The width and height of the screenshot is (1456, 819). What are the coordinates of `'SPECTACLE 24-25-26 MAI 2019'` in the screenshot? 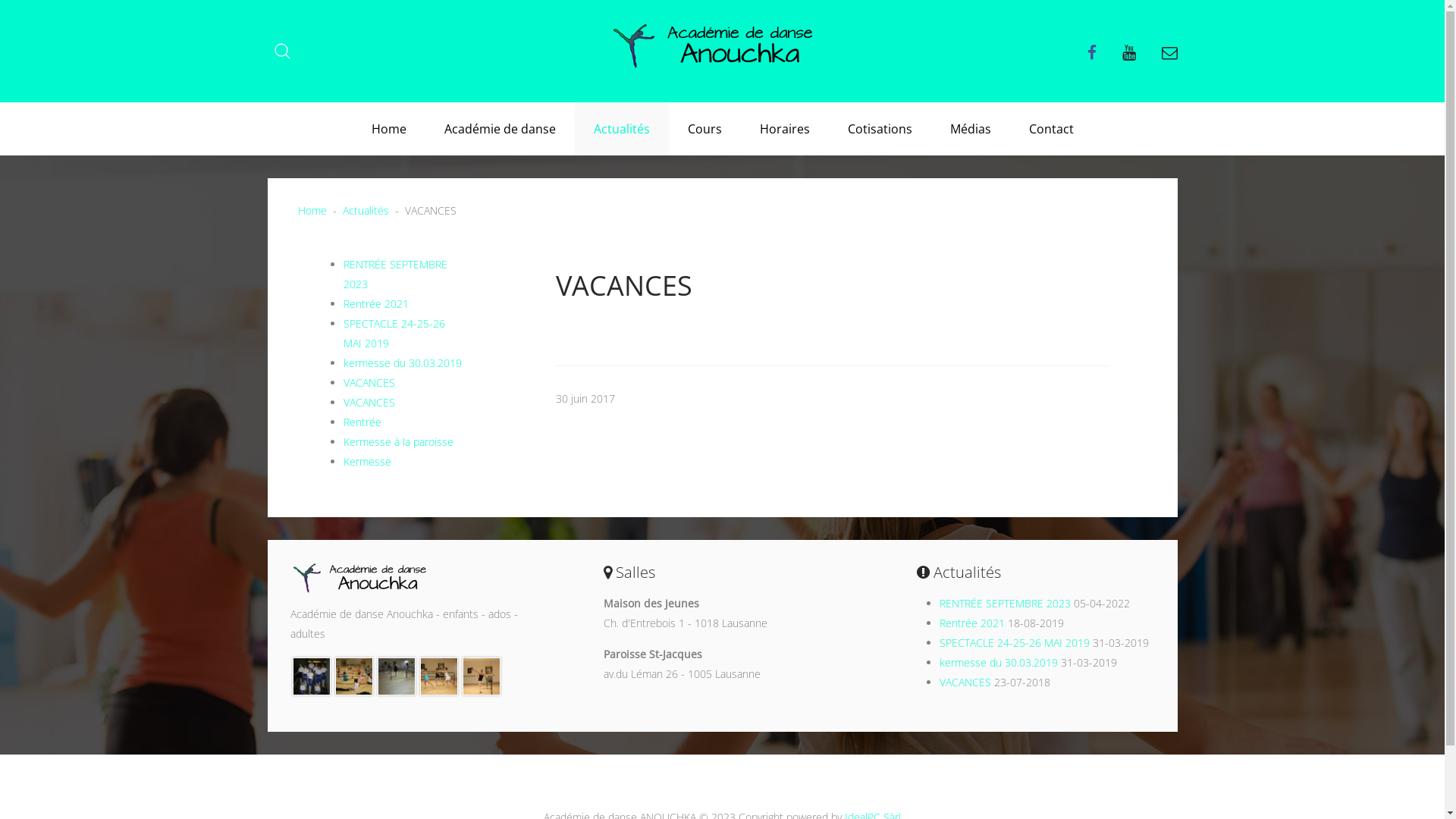 It's located at (1015, 642).